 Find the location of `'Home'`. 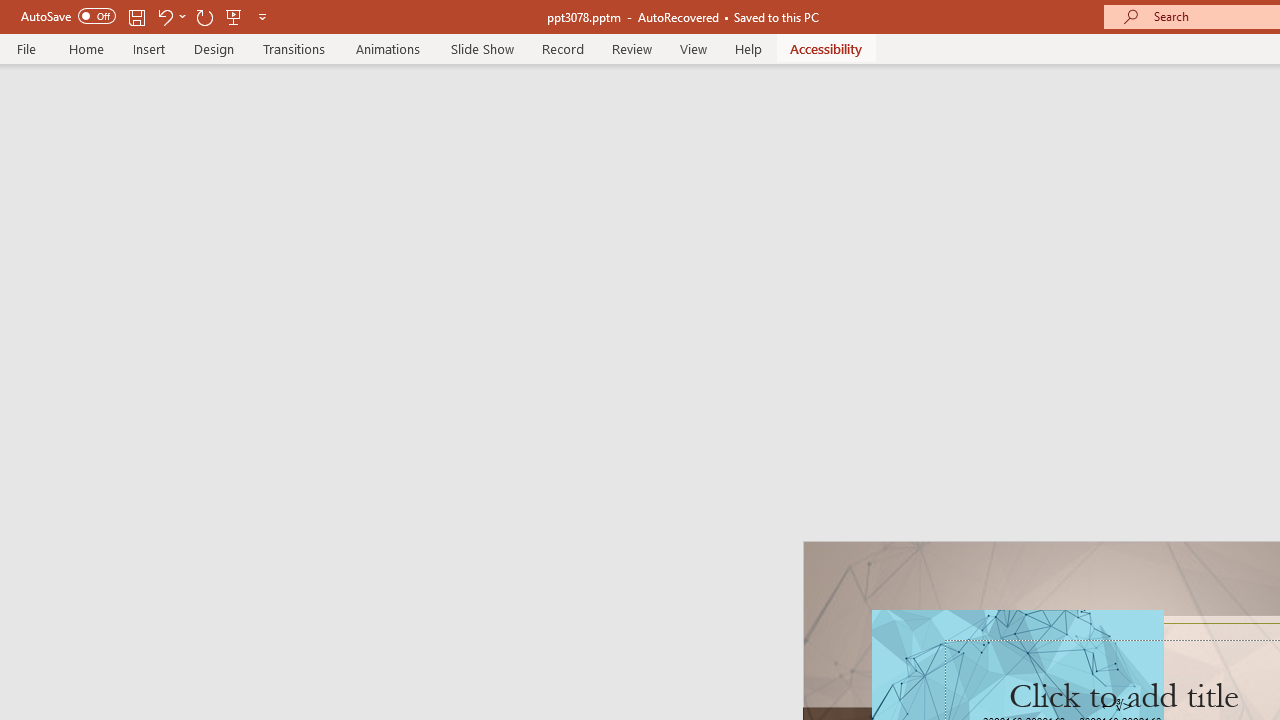

'Home' is located at coordinates (85, 48).